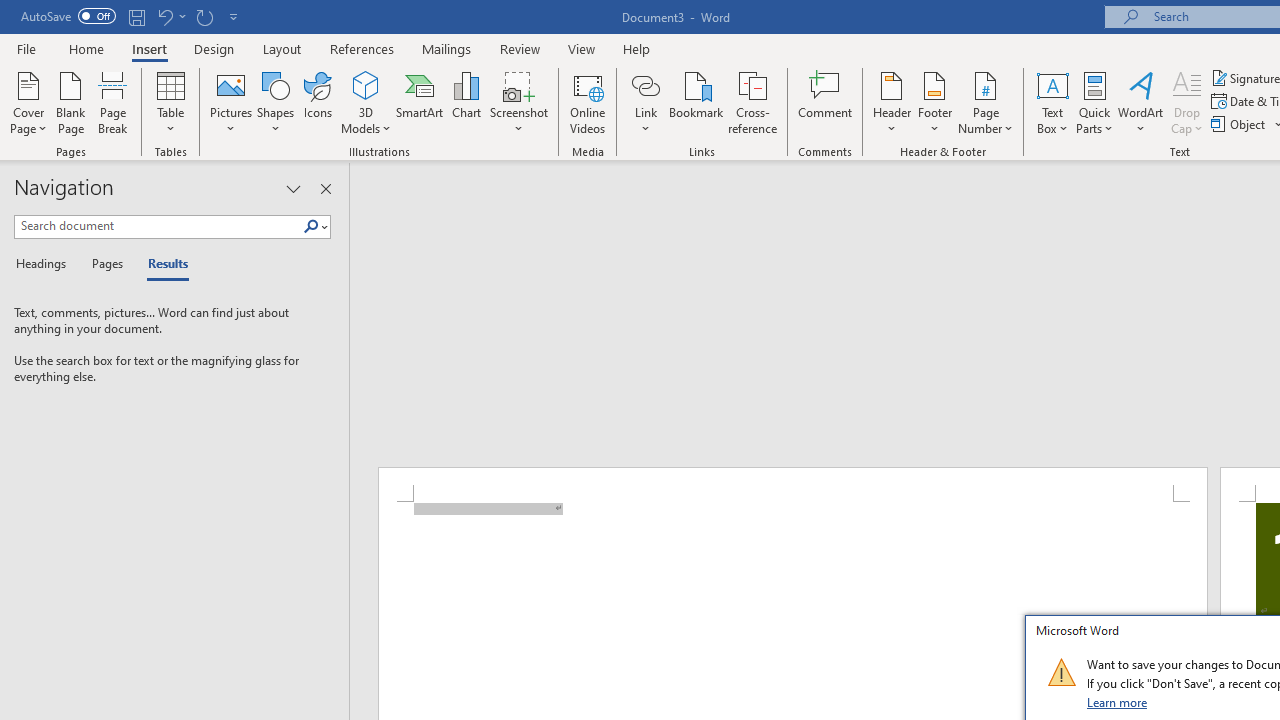 The image size is (1280, 720). What do you see at coordinates (161, 264) in the screenshot?
I see `'Results'` at bounding box center [161, 264].